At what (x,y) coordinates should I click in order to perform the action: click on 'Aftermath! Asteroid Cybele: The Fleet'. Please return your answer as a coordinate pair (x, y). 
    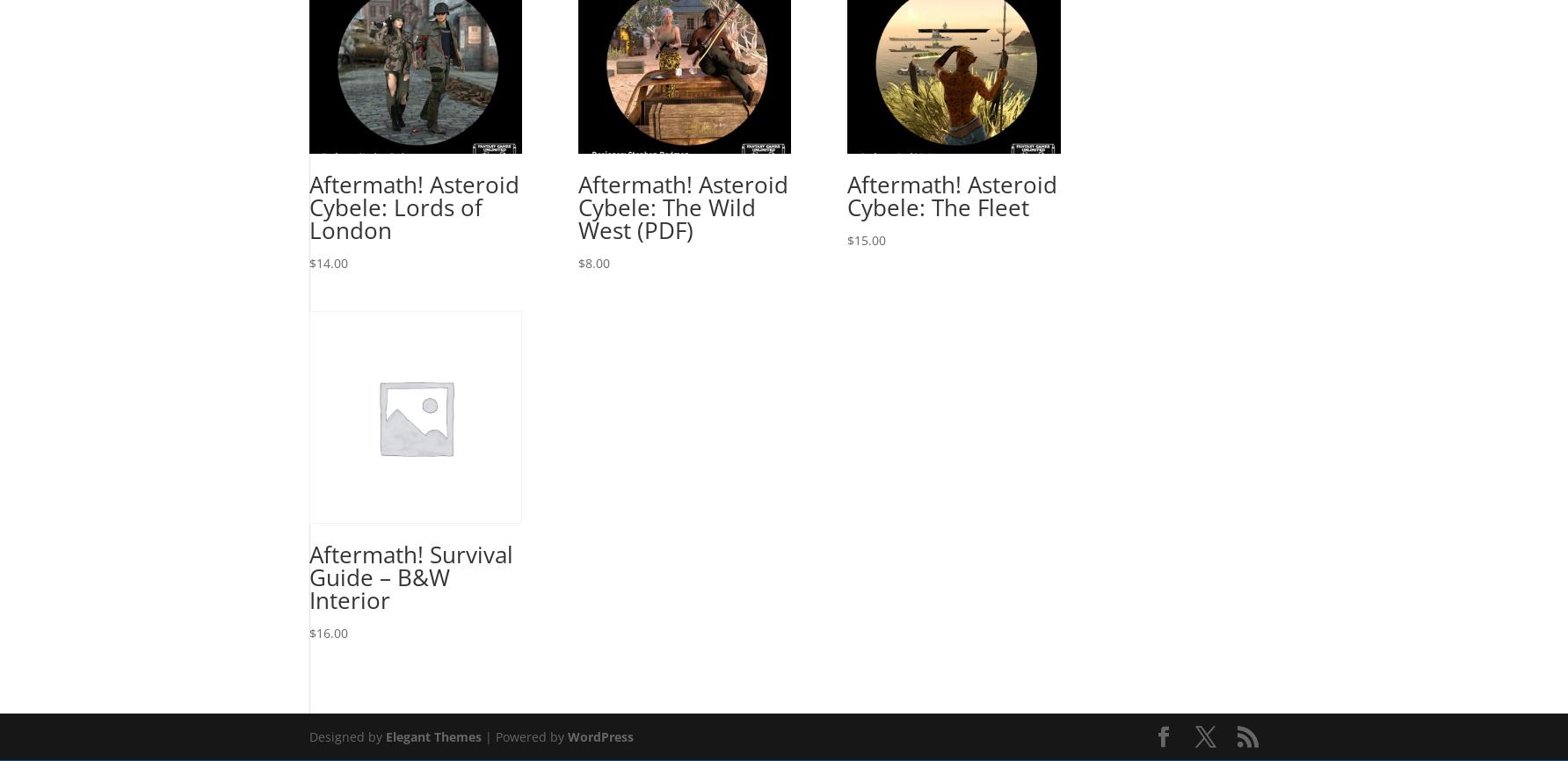
    Looking at the image, I should click on (951, 194).